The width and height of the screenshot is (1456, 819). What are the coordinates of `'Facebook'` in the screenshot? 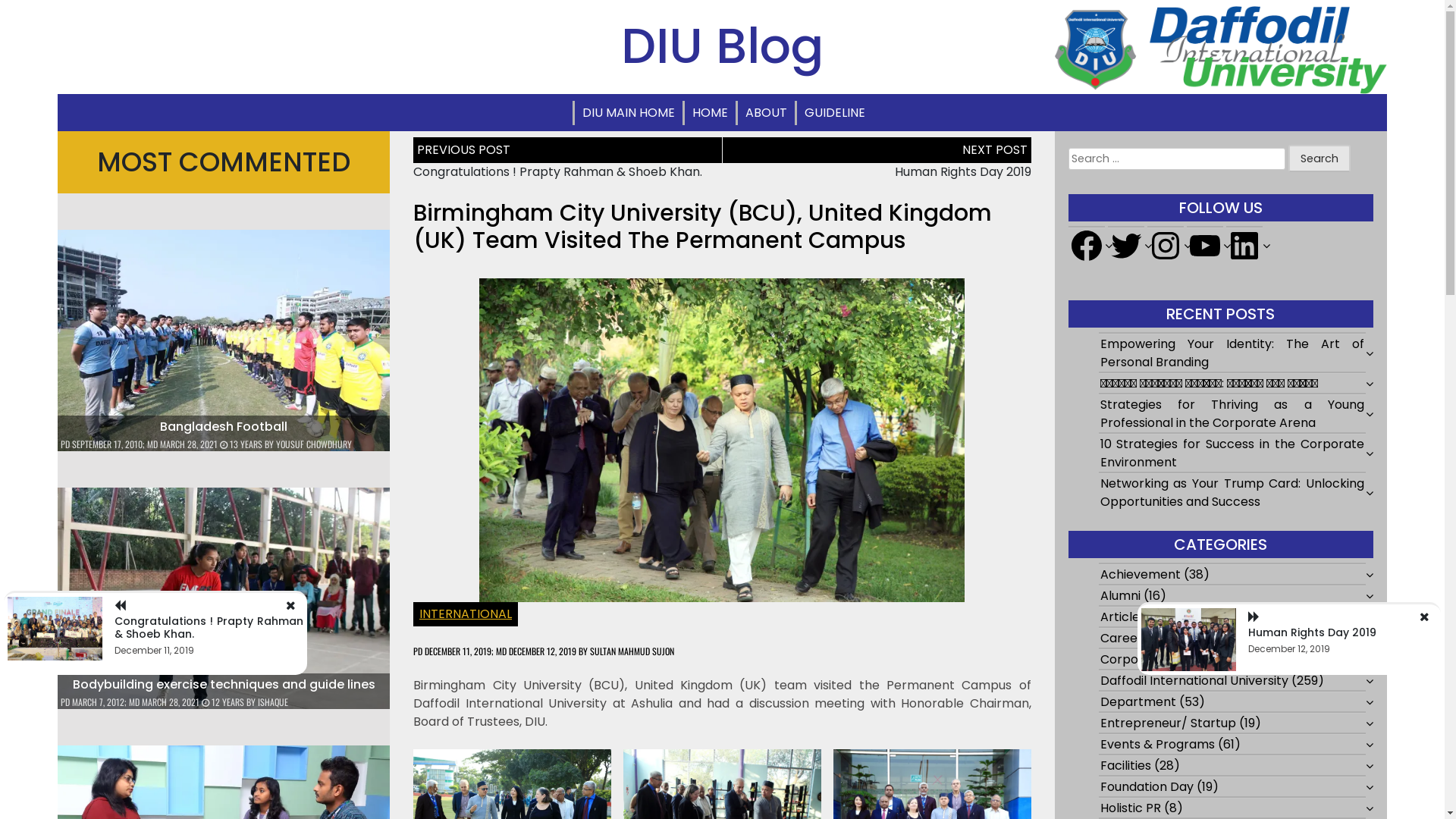 It's located at (1086, 245).